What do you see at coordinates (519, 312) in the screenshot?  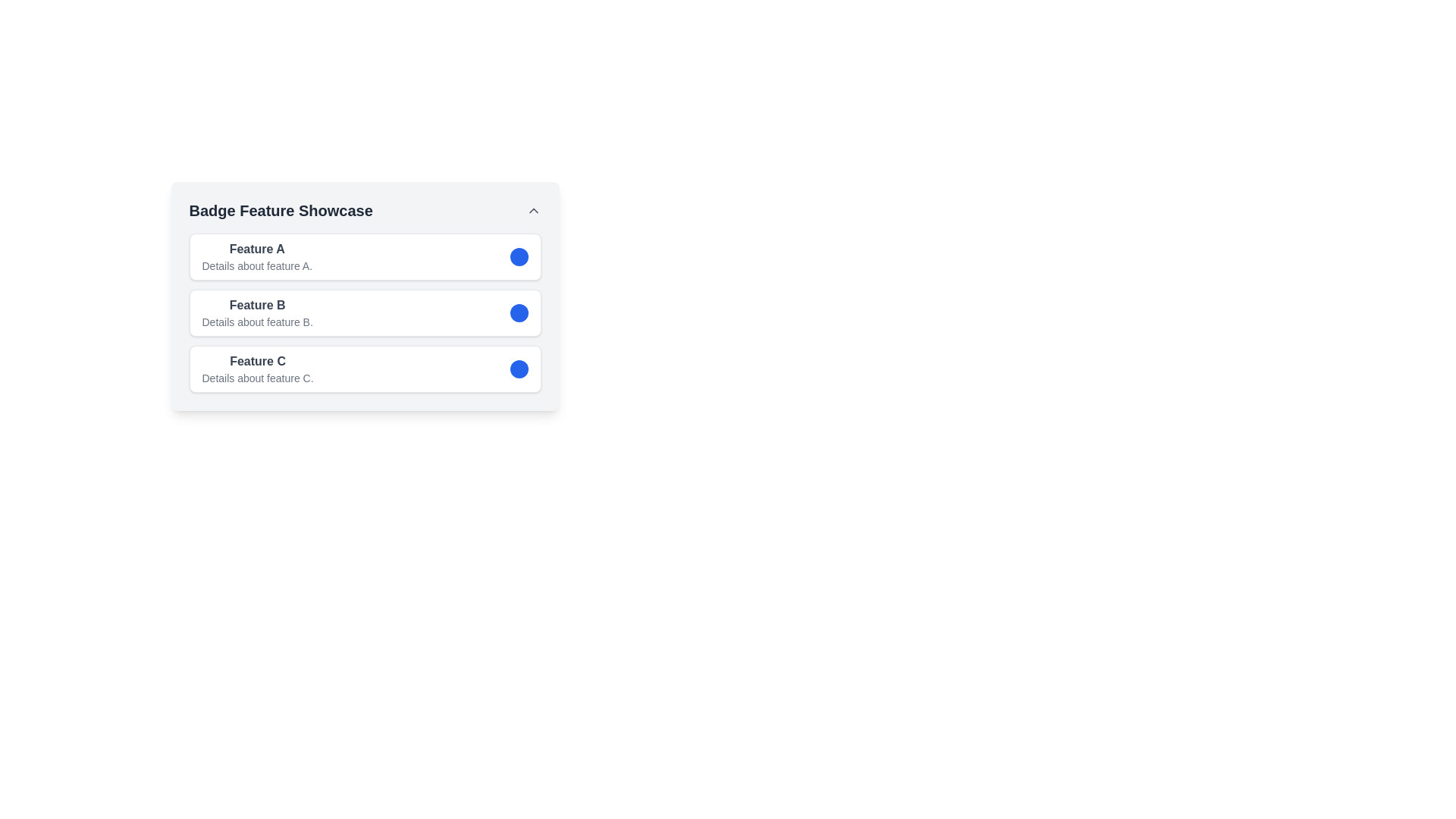 I see `the Status badge indicating the active status of 'Feature B,' located at the far right of the 'Feature B Details about feature B' section` at bounding box center [519, 312].